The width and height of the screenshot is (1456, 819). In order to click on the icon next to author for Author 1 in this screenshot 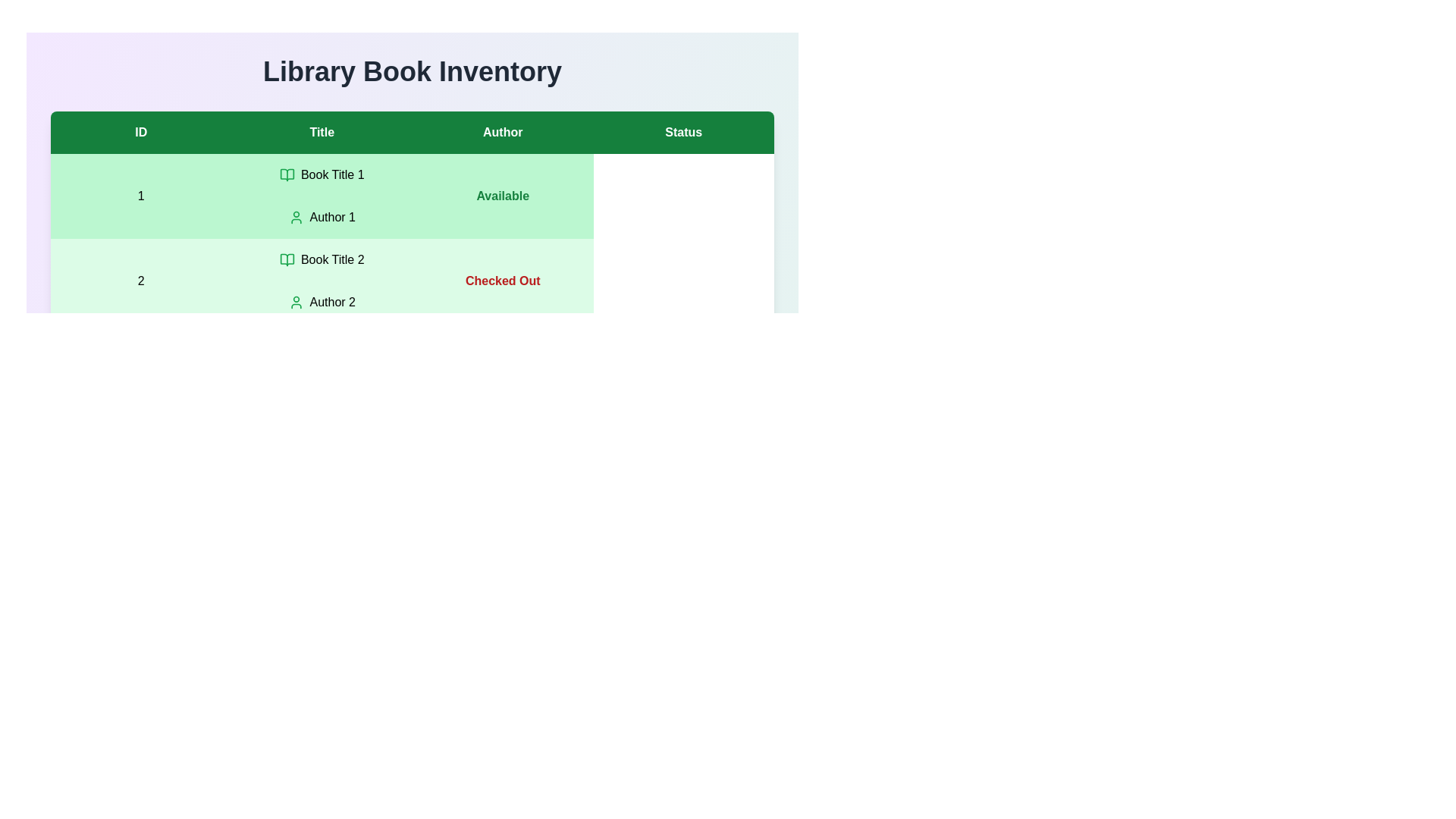, I will do `click(296, 217)`.